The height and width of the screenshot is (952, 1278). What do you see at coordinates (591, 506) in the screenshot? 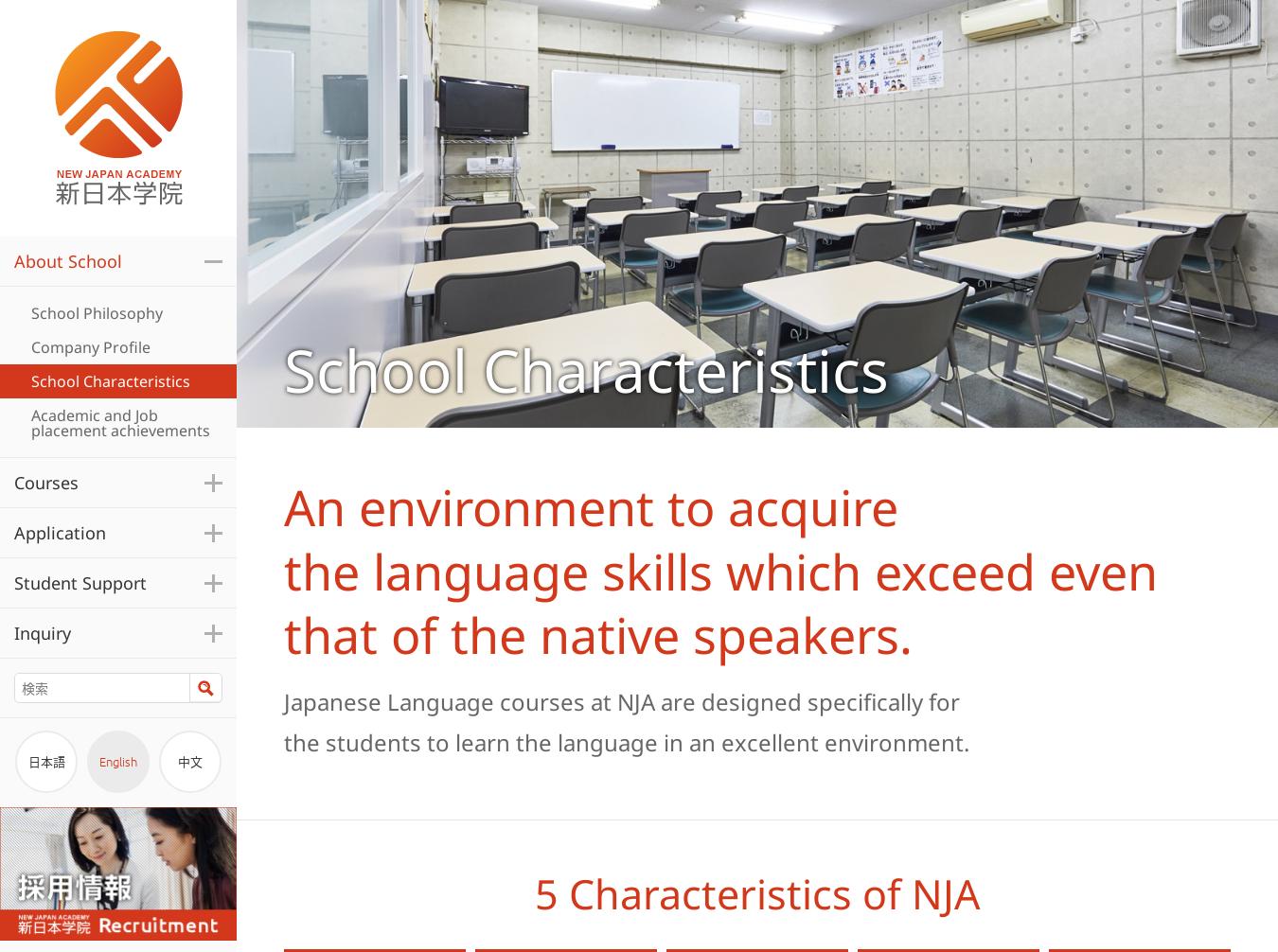
I see `'An environment to acquire'` at bounding box center [591, 506].